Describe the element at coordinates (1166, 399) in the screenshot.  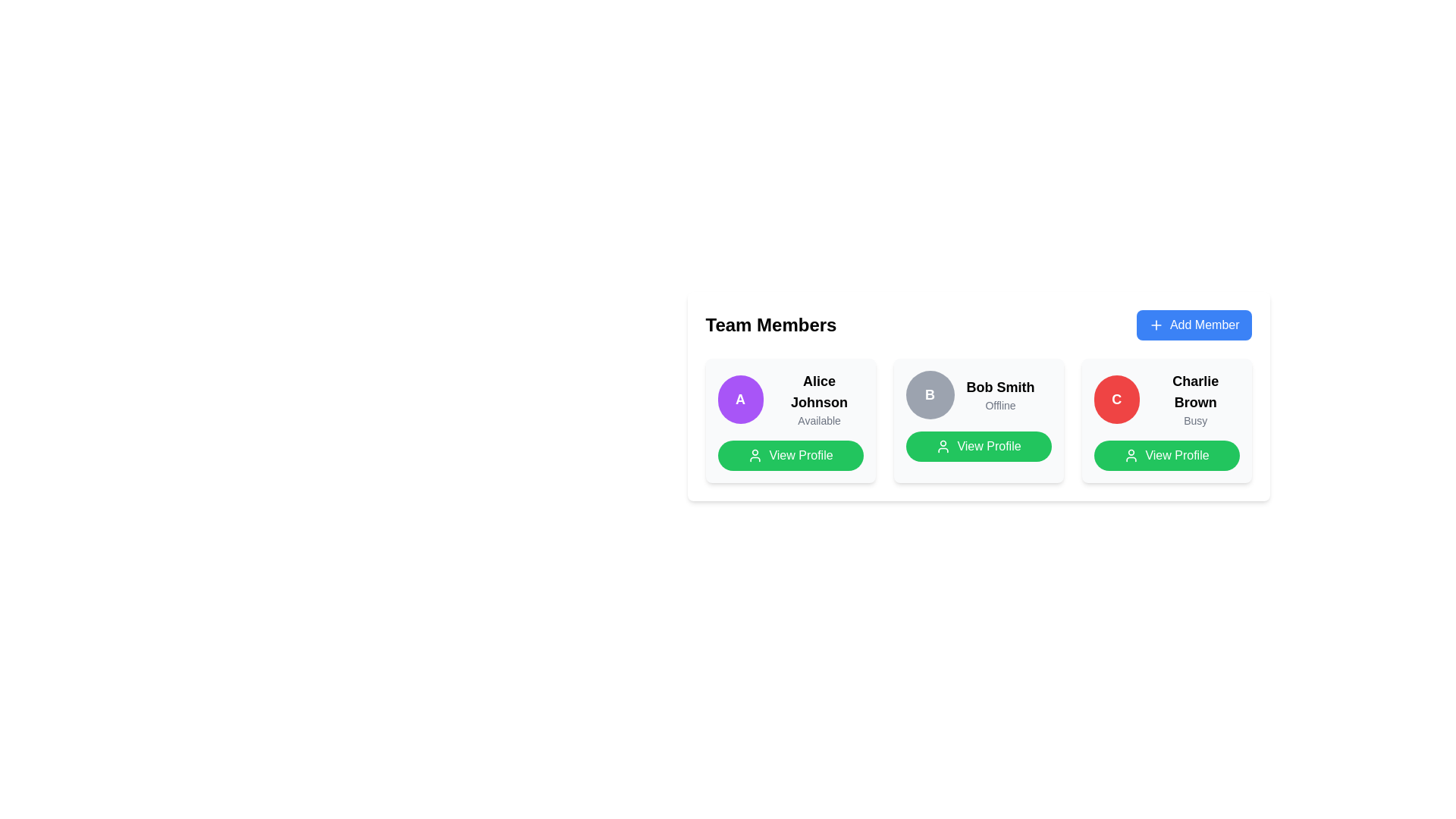
I see `the status area of the User Profile Display located on the far right of the user cards` at that location.